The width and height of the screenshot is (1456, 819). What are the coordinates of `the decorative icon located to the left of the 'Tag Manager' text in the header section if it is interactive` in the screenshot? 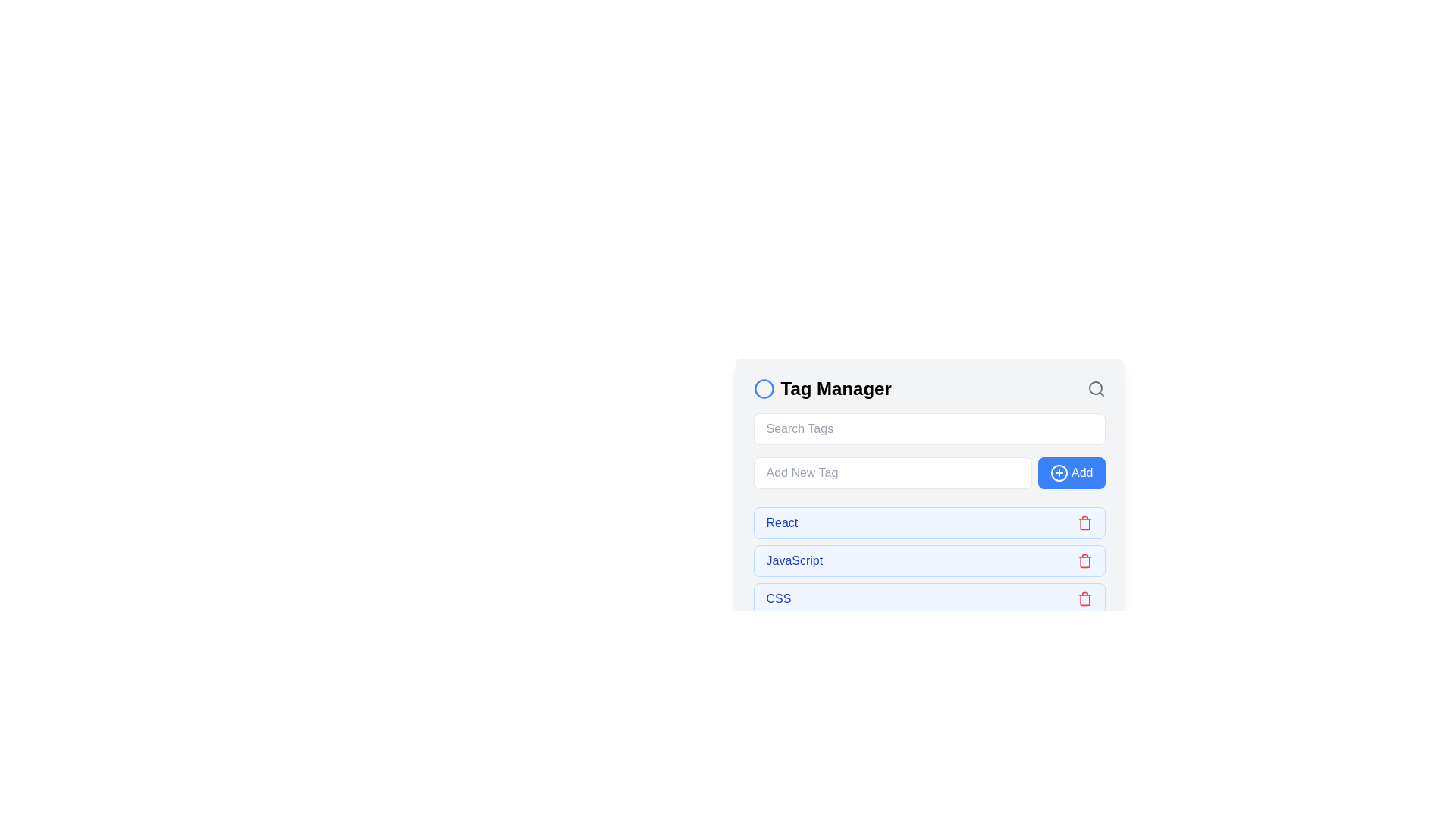 It's located at (764, 388).